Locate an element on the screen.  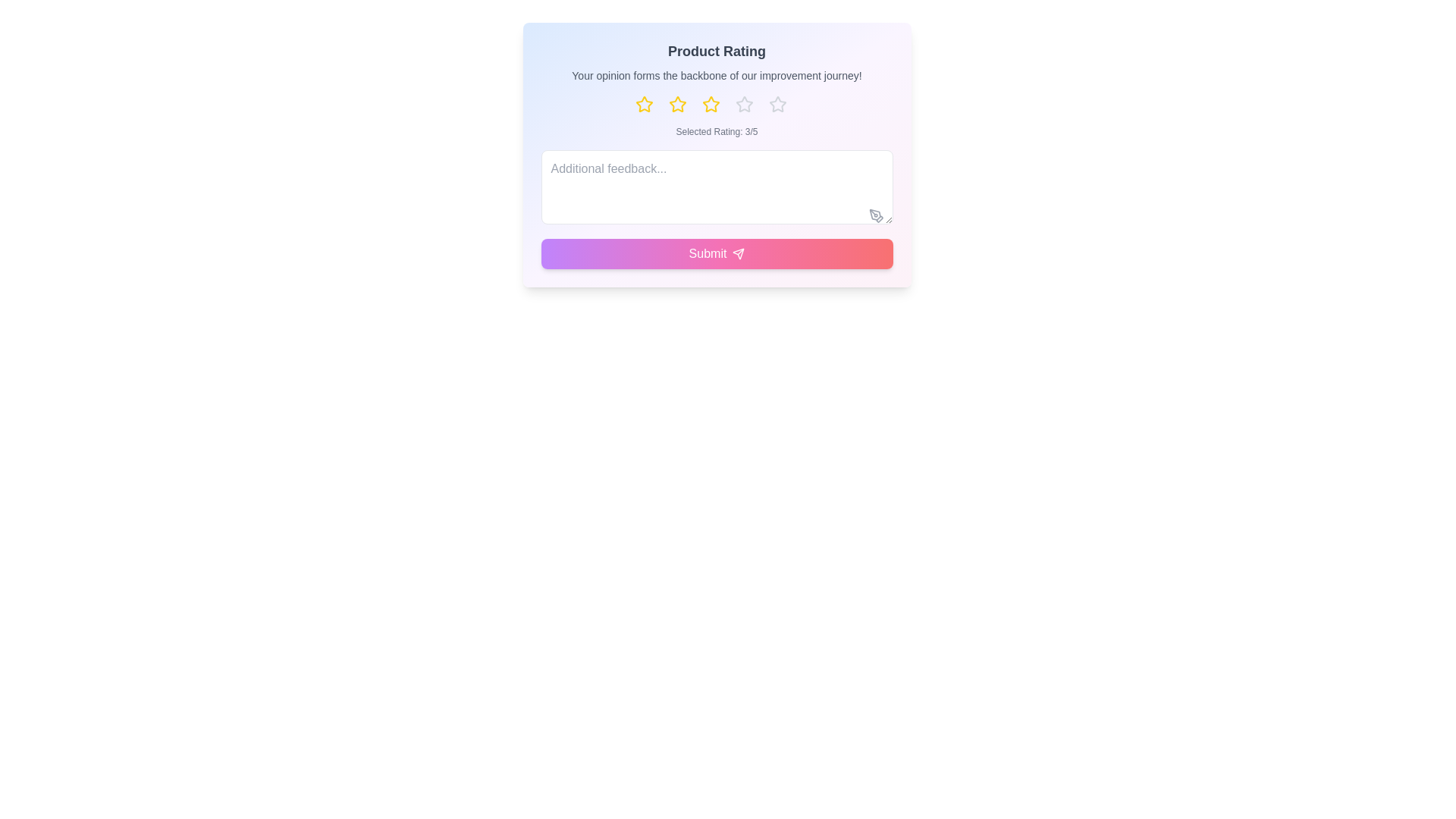
the star button to set the rating to 1 is located at coordinates (650, 104).